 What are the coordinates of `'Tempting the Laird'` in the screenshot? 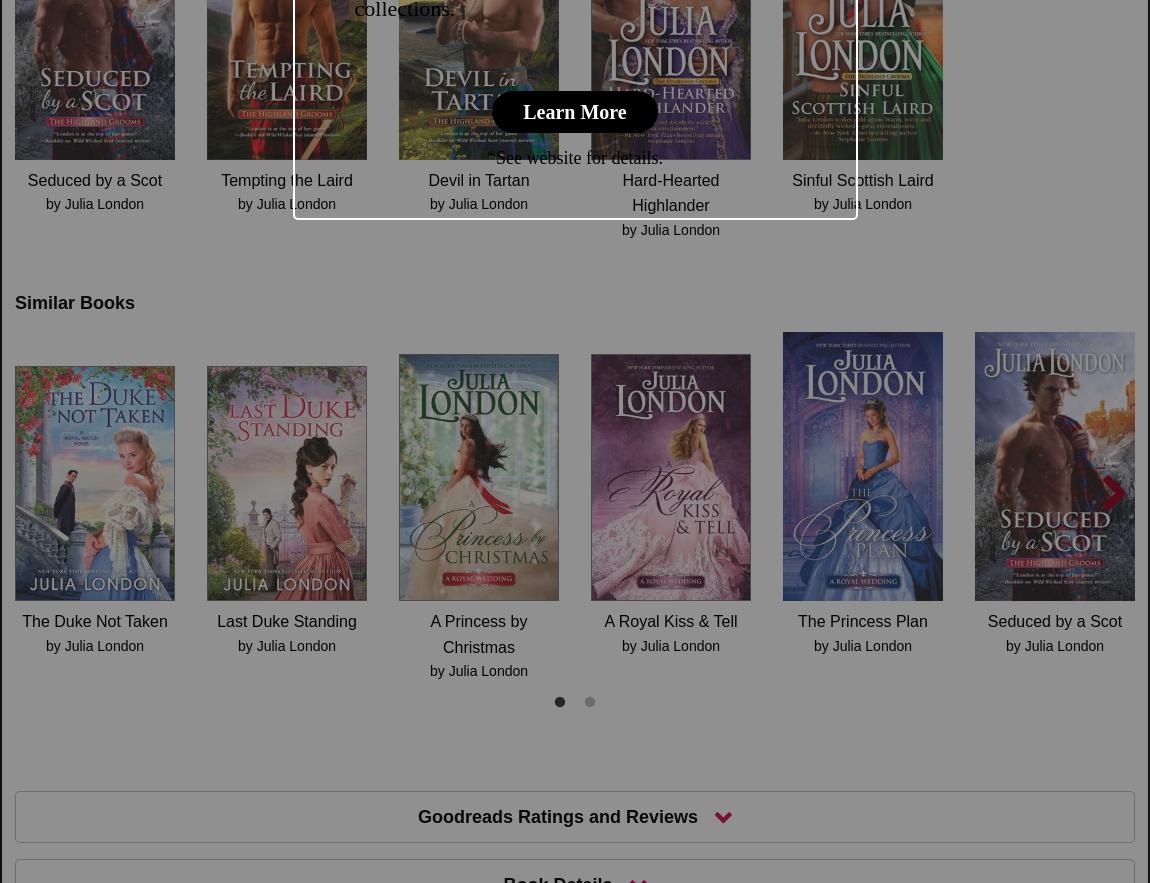 It's located at (285, 178).